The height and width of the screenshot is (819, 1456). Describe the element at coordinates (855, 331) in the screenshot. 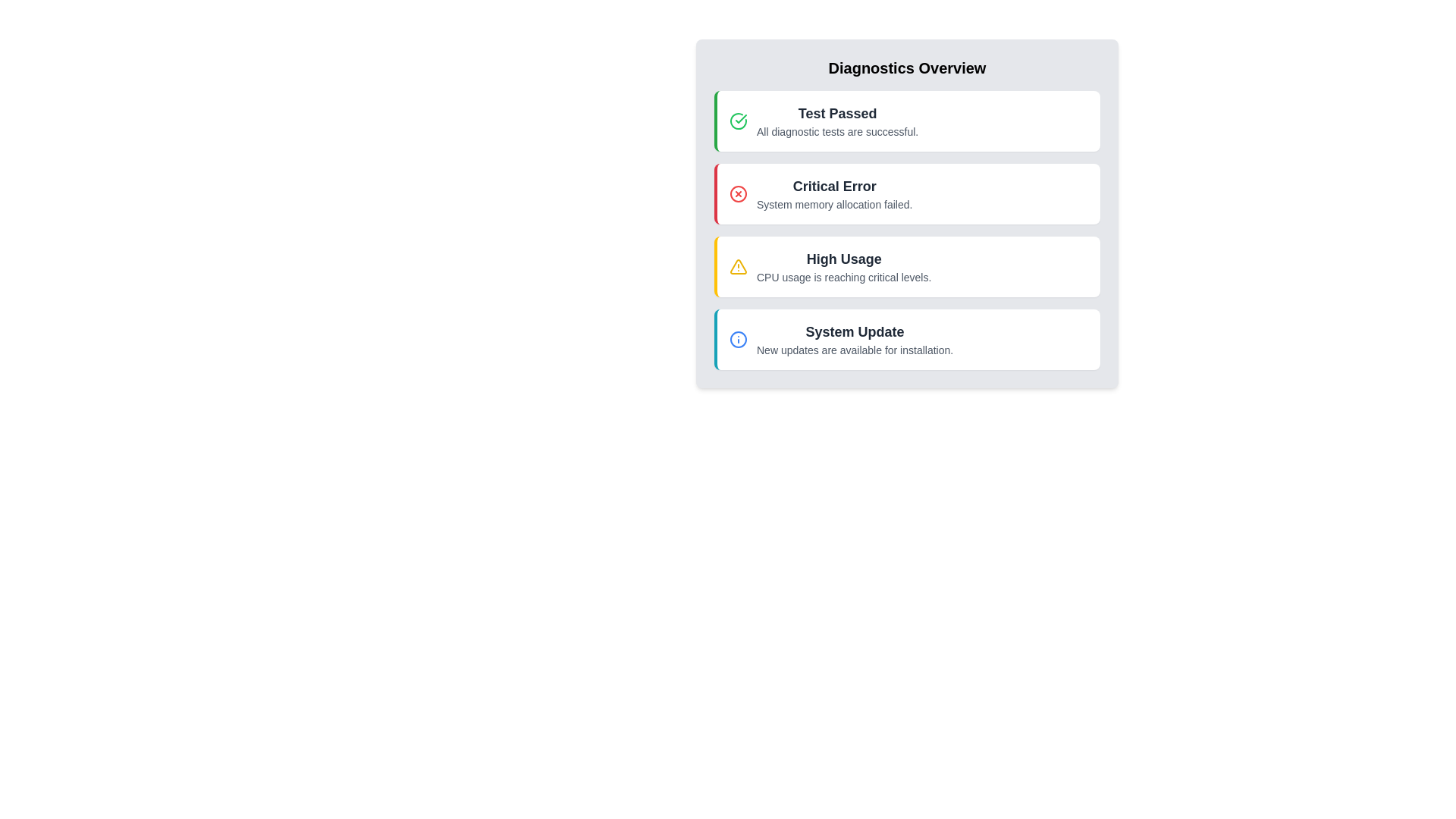

I see `the 'System Update' title text label, which is styled in large, bold typography and is positioned centrally at the bottom of the interface, just above the explanatory text` at that location.